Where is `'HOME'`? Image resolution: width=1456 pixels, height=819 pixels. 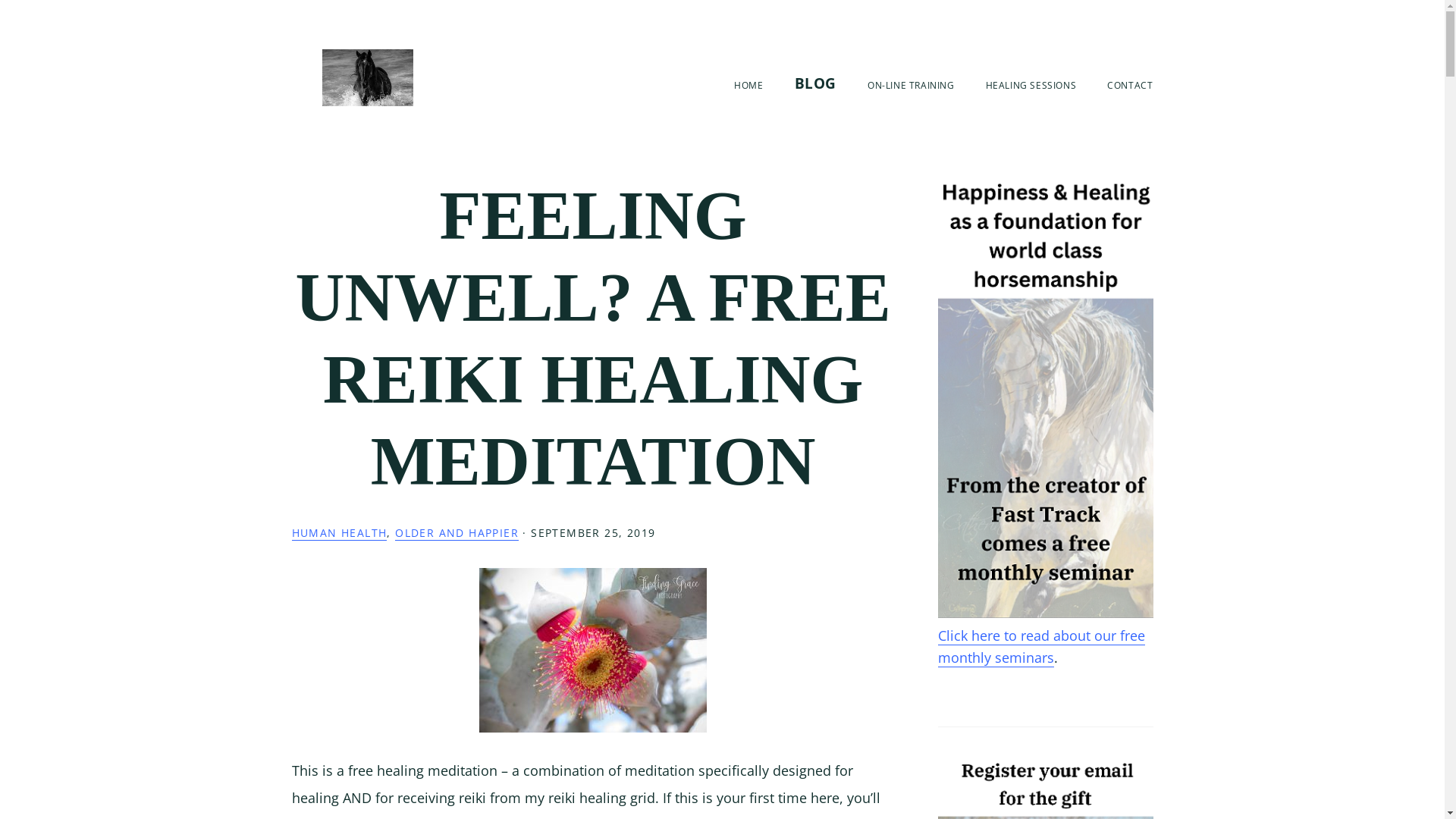 'HOME' is located at coordinates (748, 85).